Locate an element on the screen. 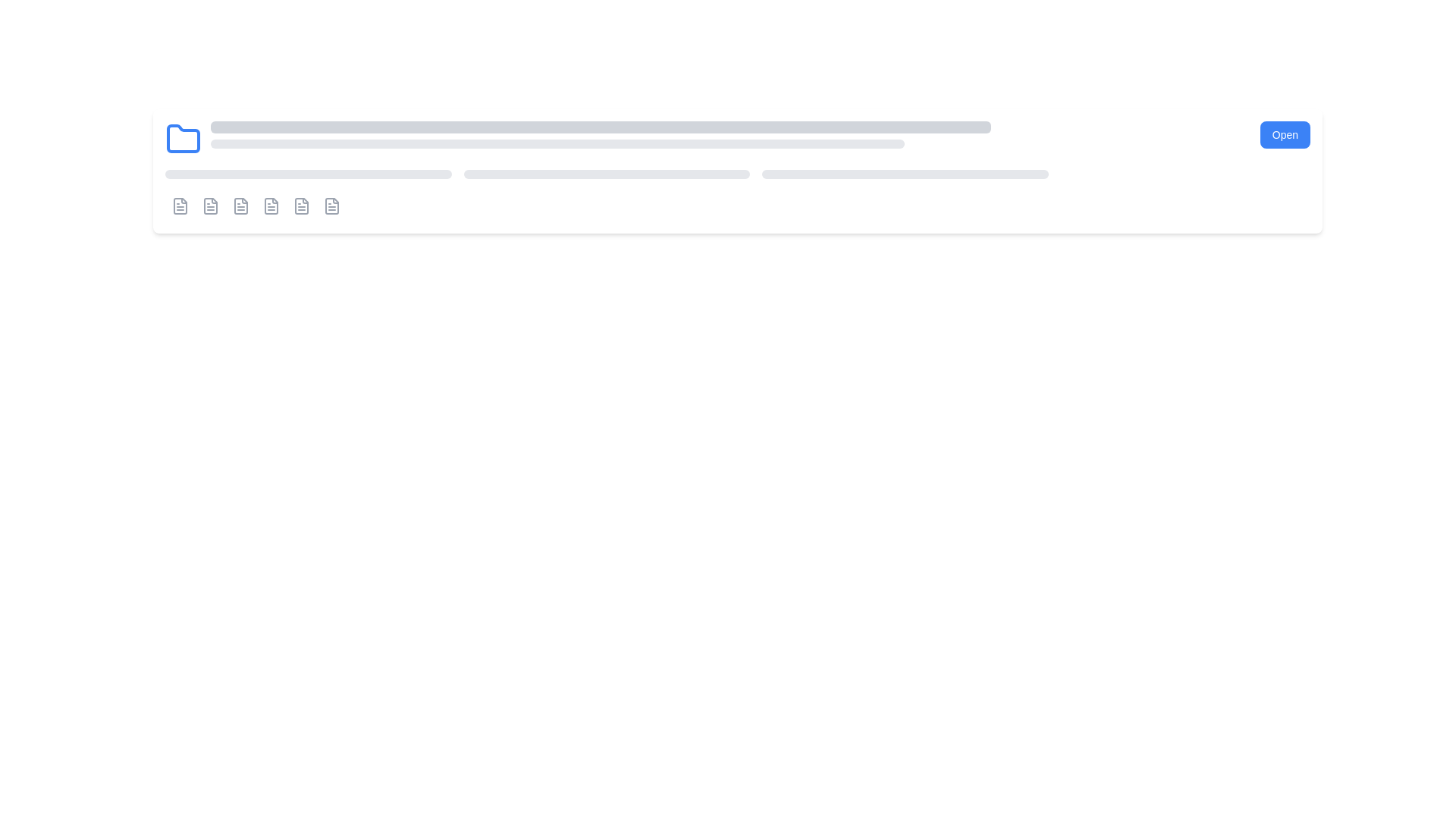 Image resolution: width=1456 pixels, height=819 pixels. the third rectangular visual indicator with a gray background and rounded corners, located in the center-right of the interface is located at coordinates (905, 174).